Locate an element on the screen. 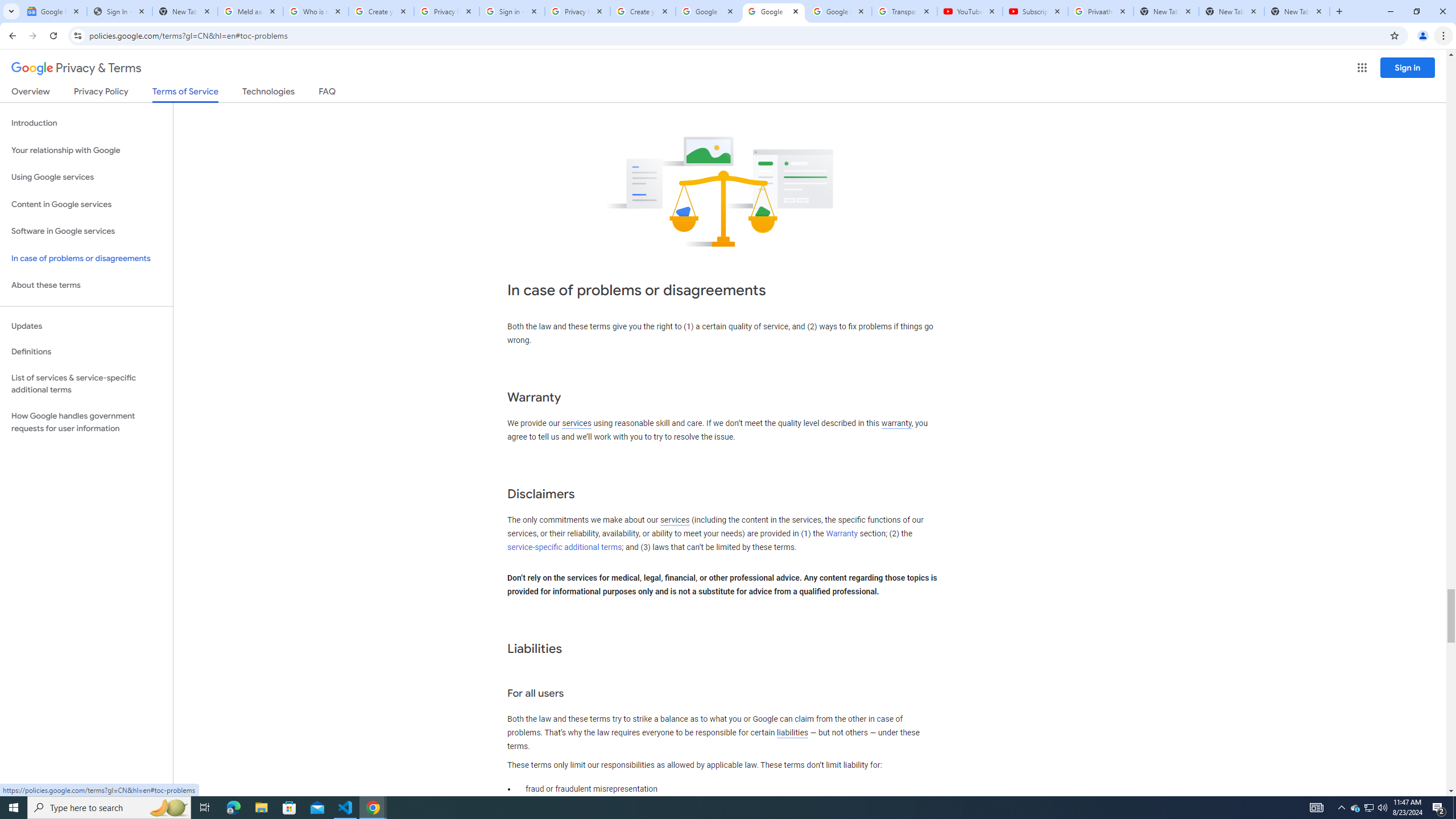 This screenshot has height=819, width=1456. 'Sign in - Google Accounts' is located at coordinates (512, 11).